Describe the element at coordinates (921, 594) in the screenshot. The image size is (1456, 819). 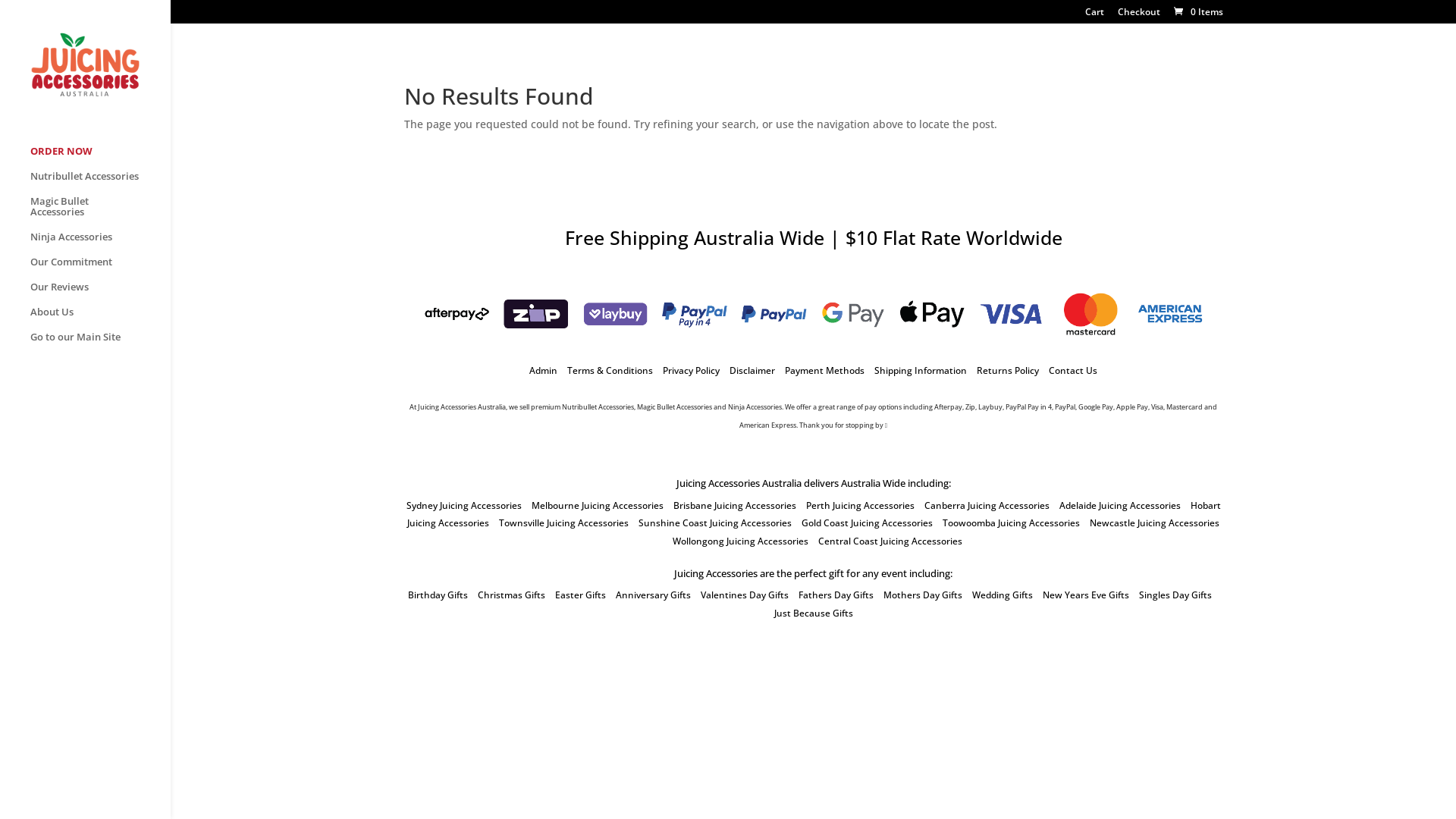
I see `'Mothers Day Gifts'` at that location.